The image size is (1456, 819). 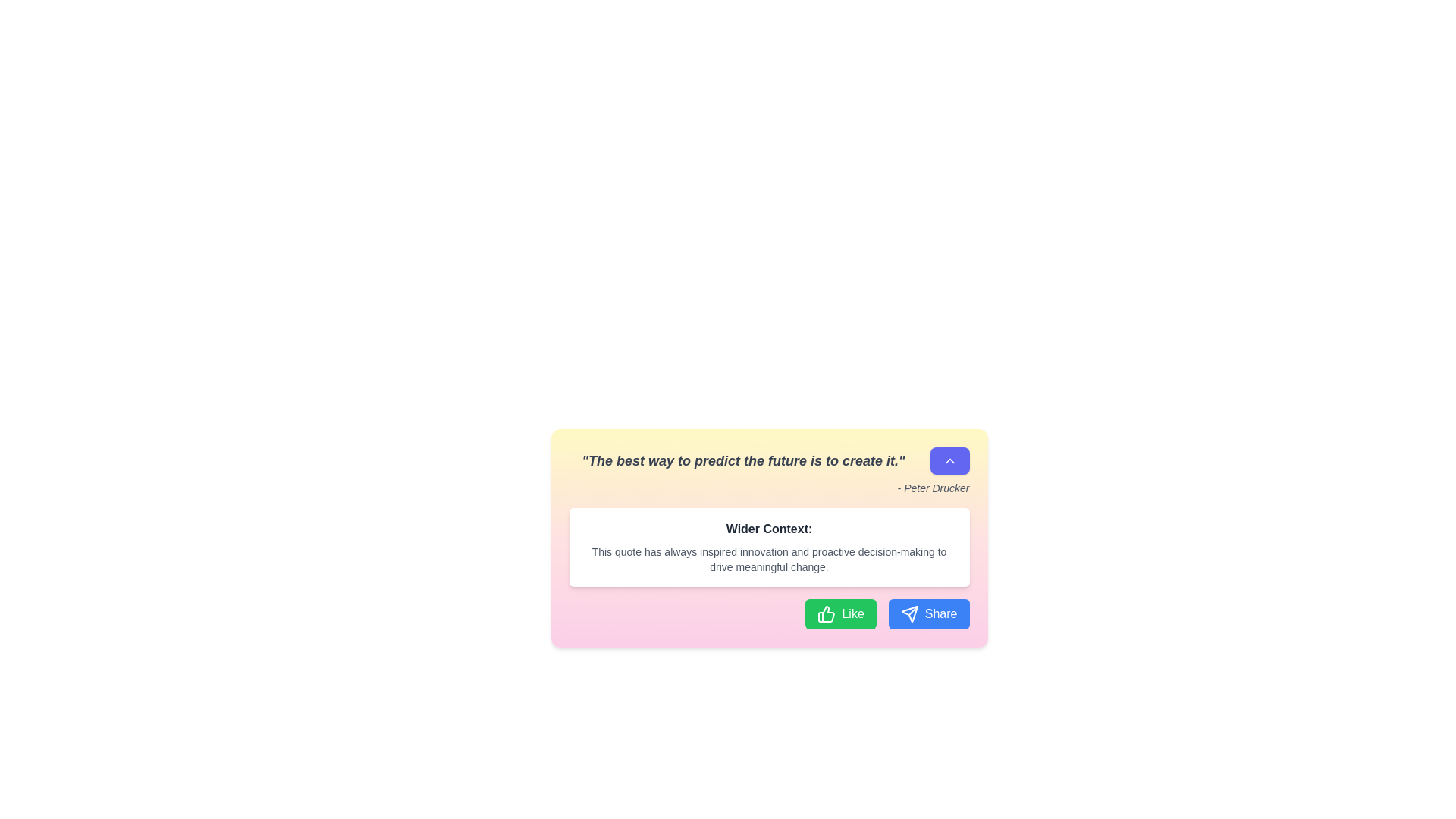 I want to click on the 'Like' icon, which visually represents the action associated with the 'Like' button located at the bottom of the card, to the left of the 'Like' text, so click(x=826, y=614).